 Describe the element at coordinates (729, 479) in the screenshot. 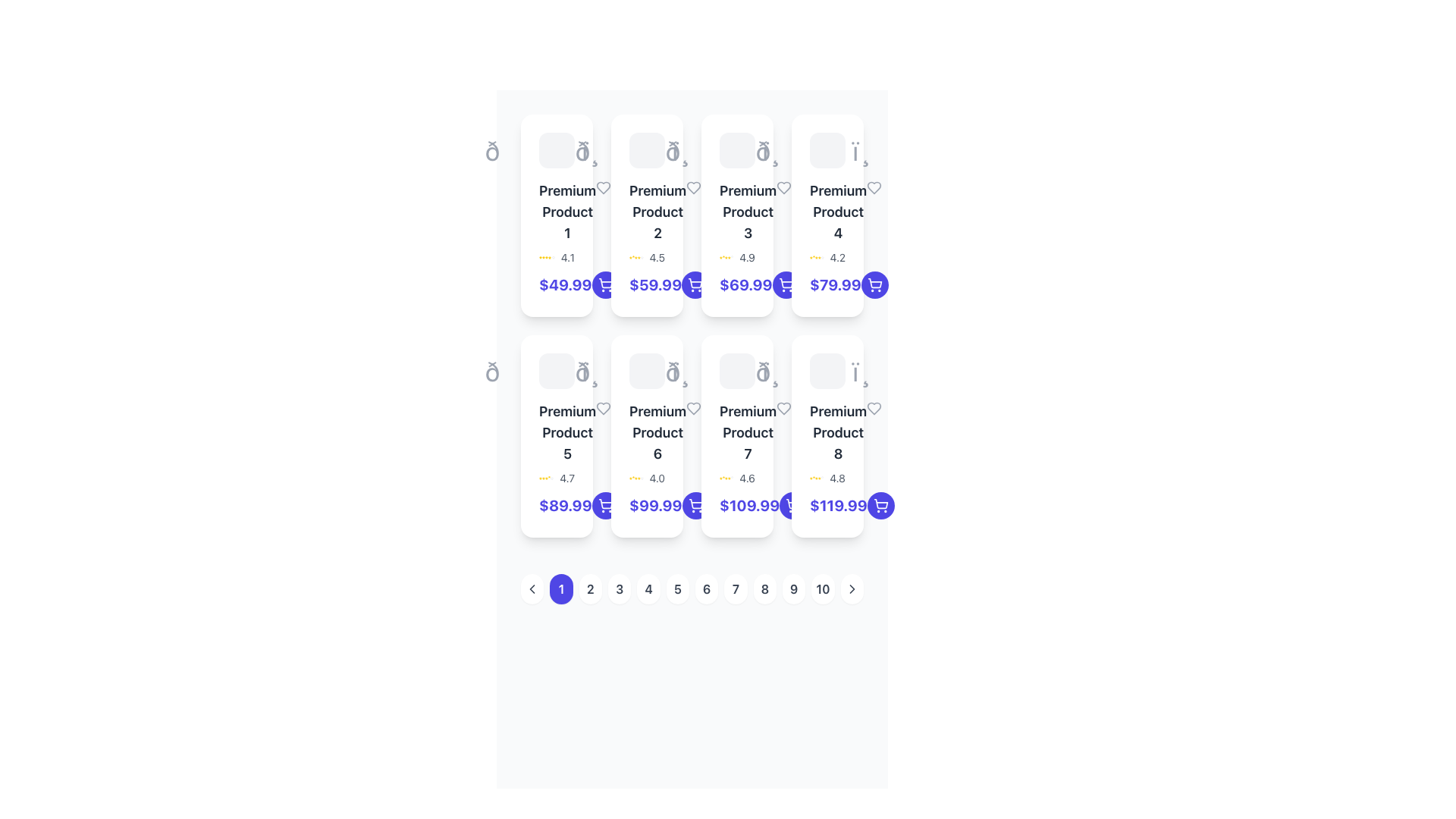

I see `the fifth star icon in the rating system for 'Premium Product 7', which indicates a rating of 4.6 out of 5 stars` at that location.